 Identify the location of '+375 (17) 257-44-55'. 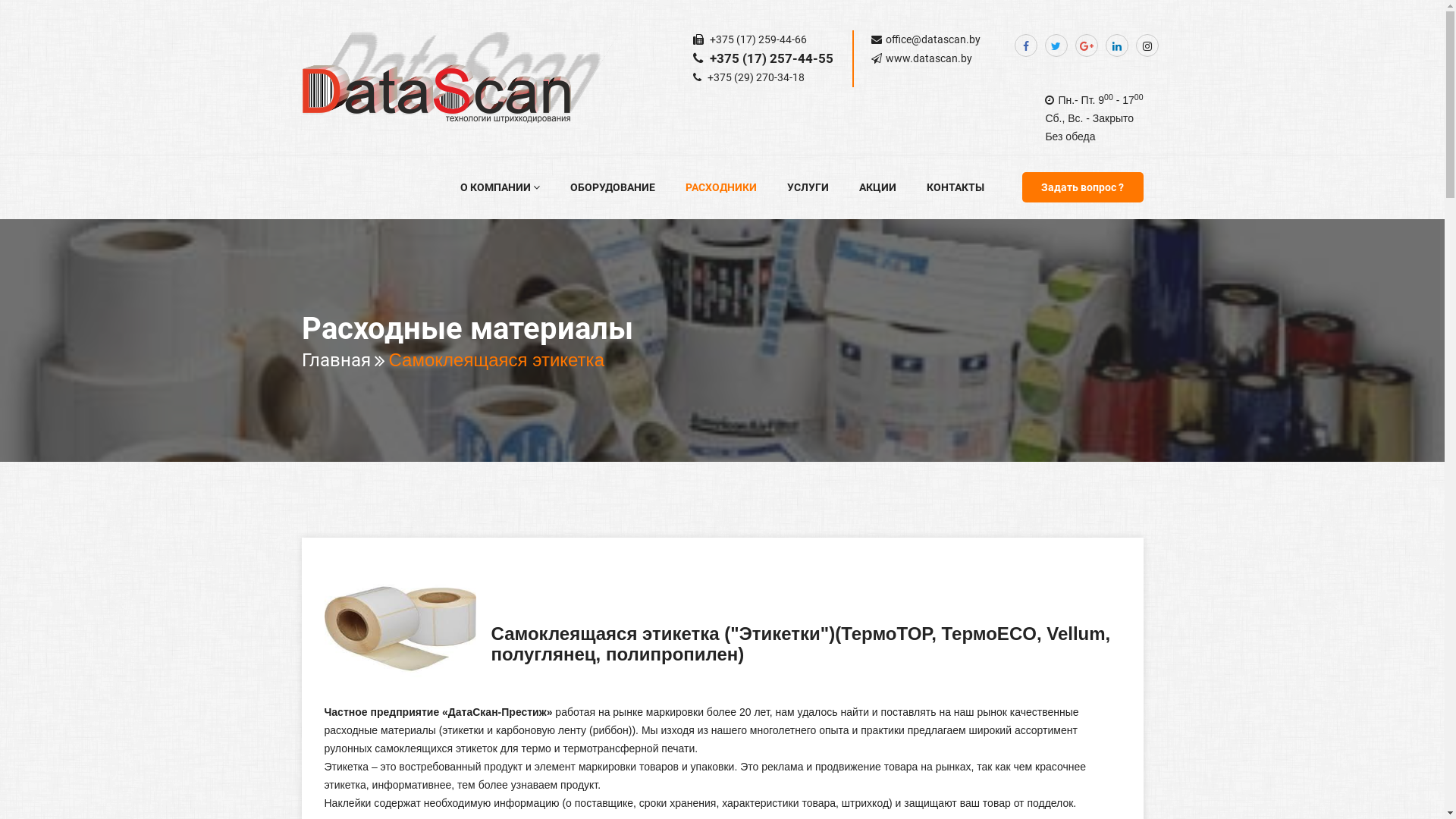
(770, 58).